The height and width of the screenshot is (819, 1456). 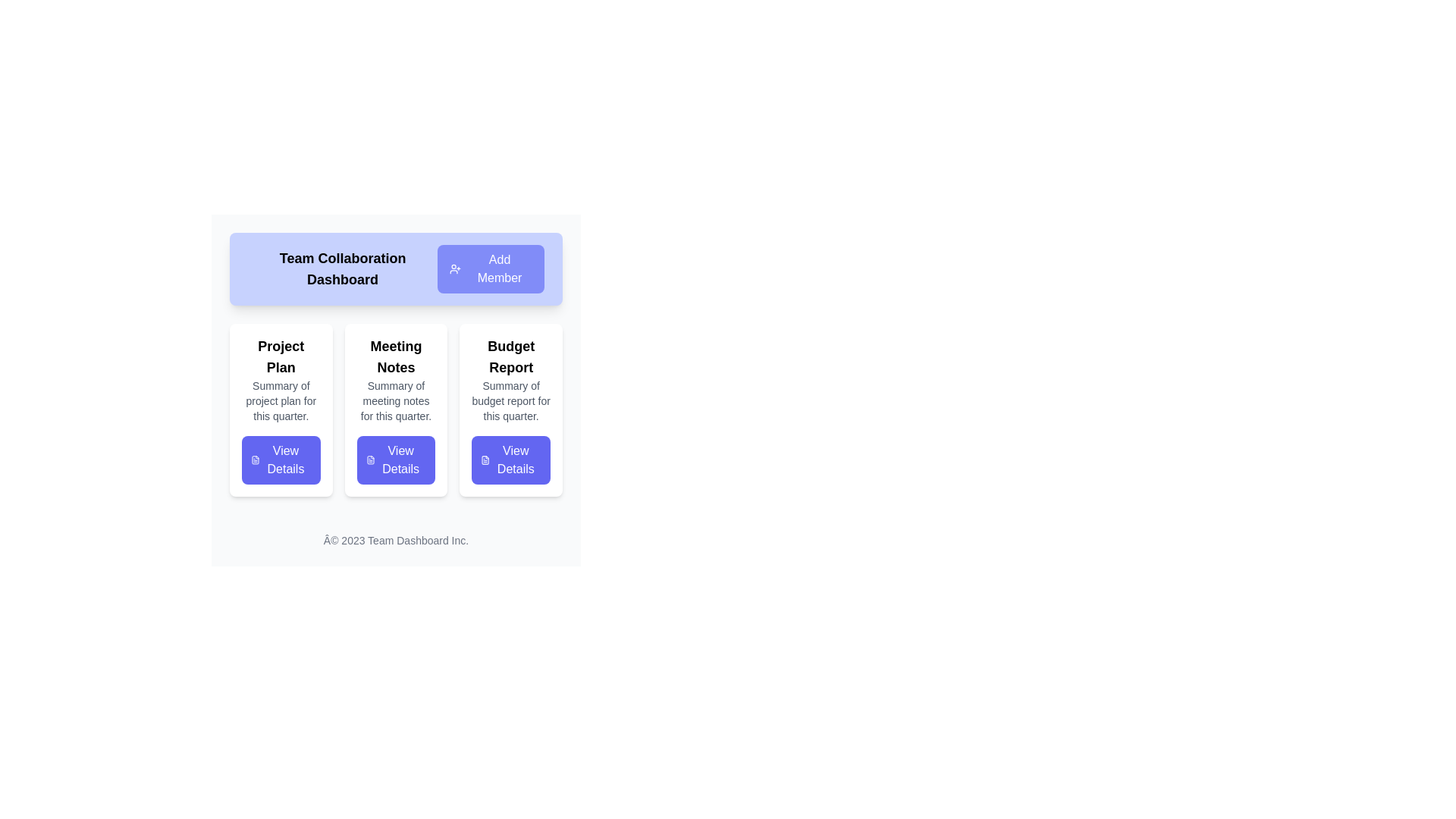 I want to click on the small gray text that reads 'Summary of project plan for this quarter', which is located beneath the 'Project Plan' title in a vertically aligned card layout, so click(x=281, y=400).